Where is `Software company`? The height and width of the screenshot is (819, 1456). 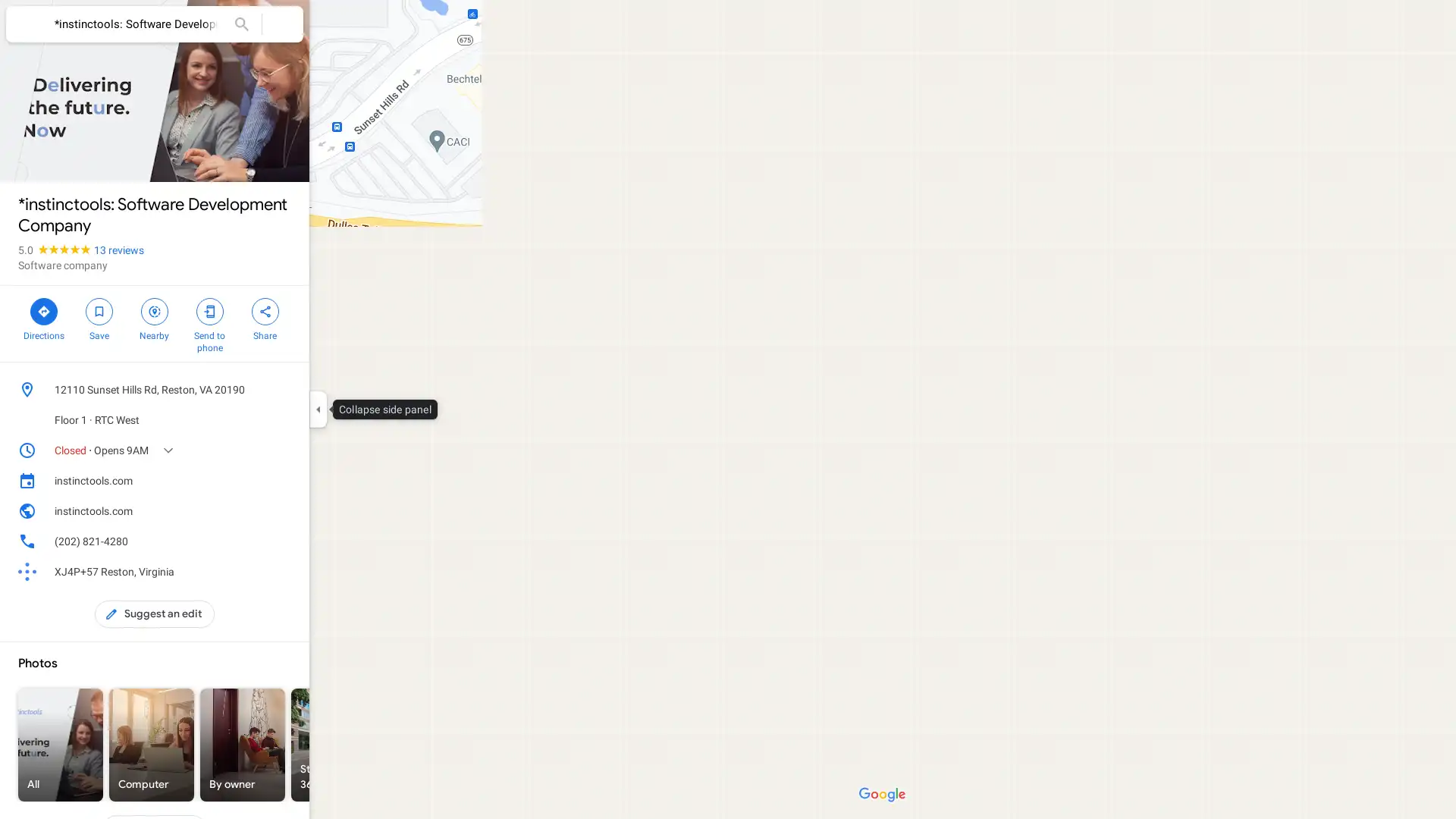
Software company is located at coordinates (61, 265).